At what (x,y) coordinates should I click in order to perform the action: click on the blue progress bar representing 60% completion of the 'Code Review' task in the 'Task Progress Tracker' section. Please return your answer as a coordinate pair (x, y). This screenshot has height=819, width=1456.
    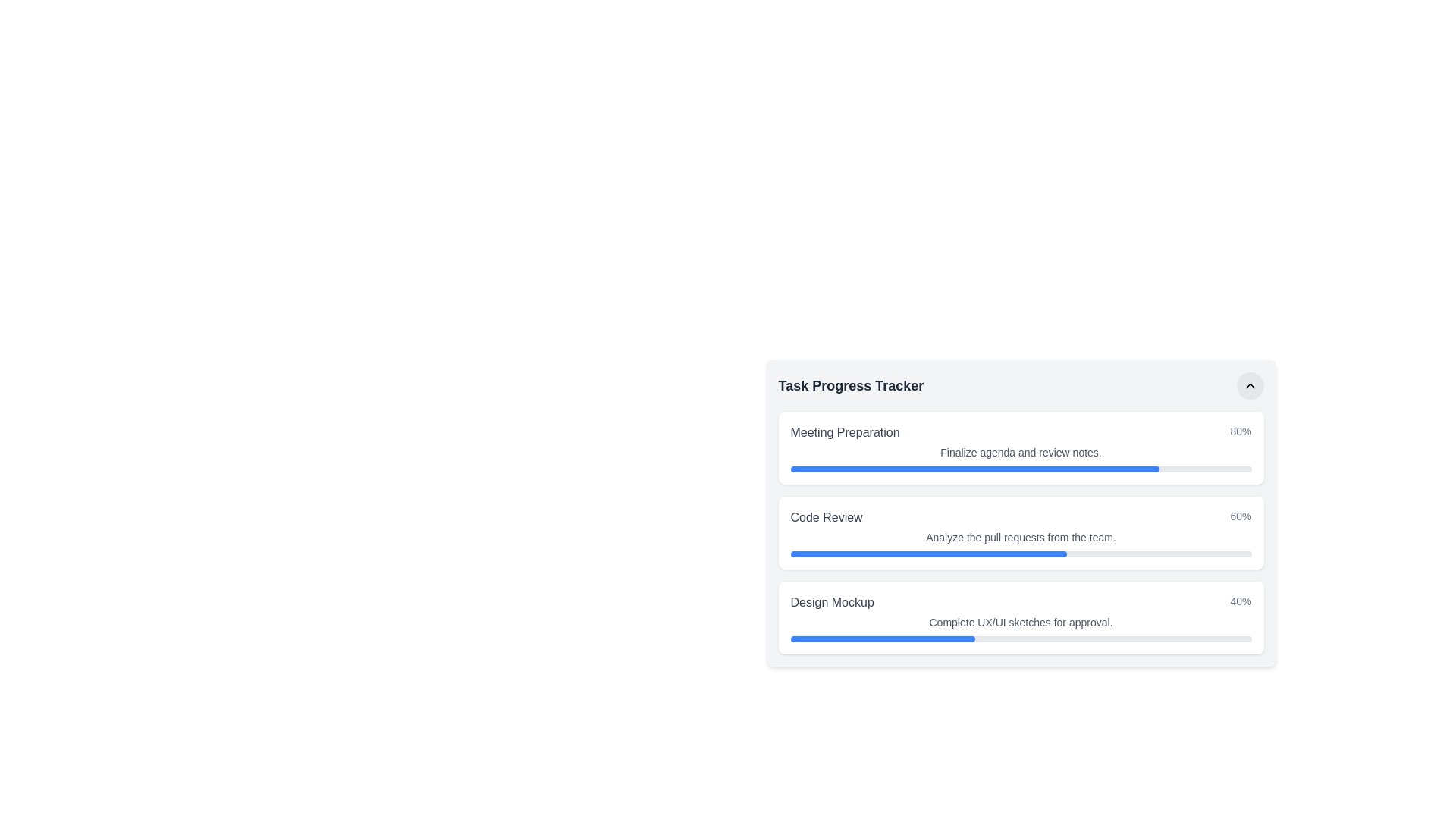
    Looking at the image, I should click on (927, 554).